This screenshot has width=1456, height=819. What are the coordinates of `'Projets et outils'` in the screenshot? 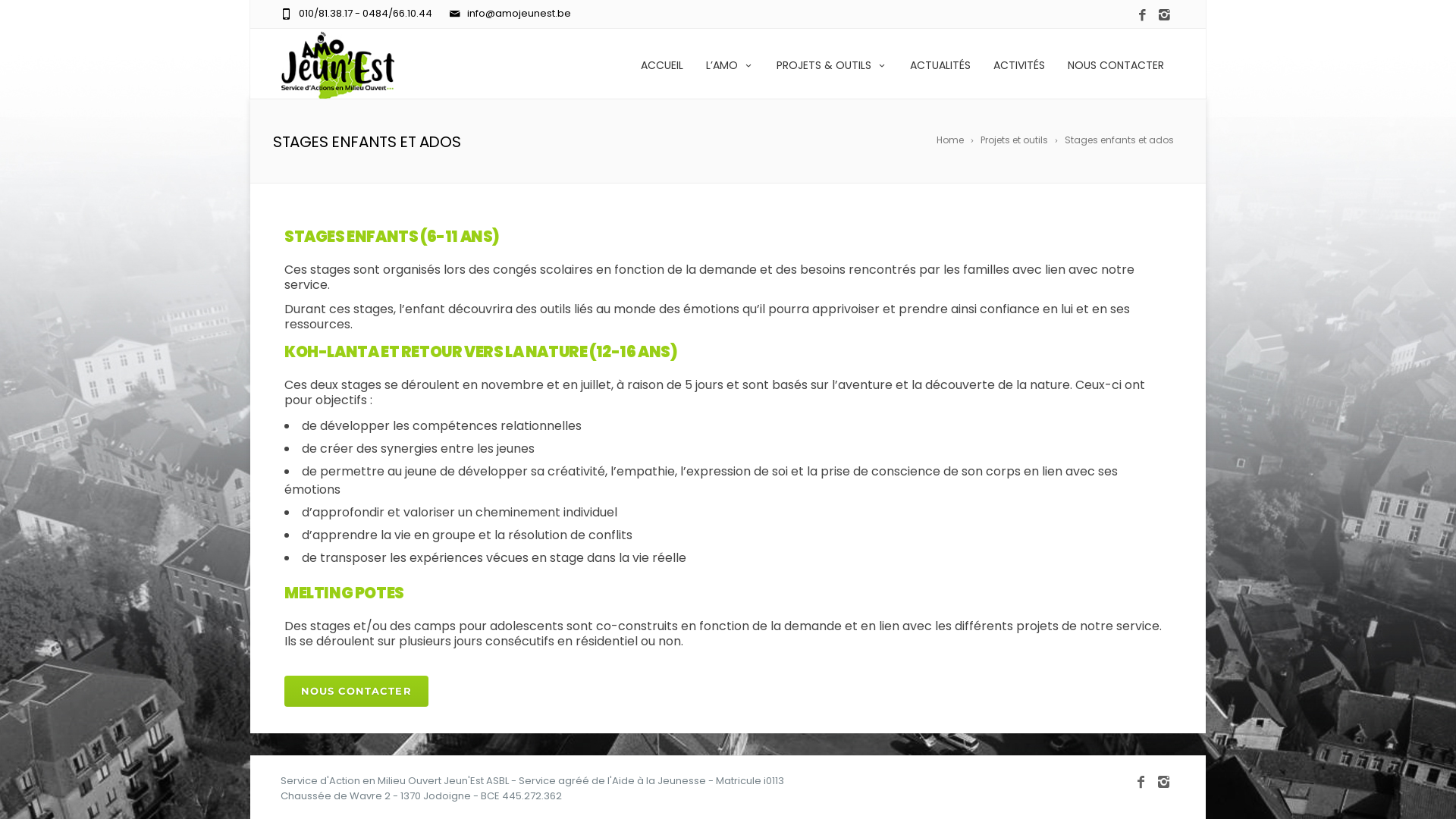 It's located at (1020, 140).